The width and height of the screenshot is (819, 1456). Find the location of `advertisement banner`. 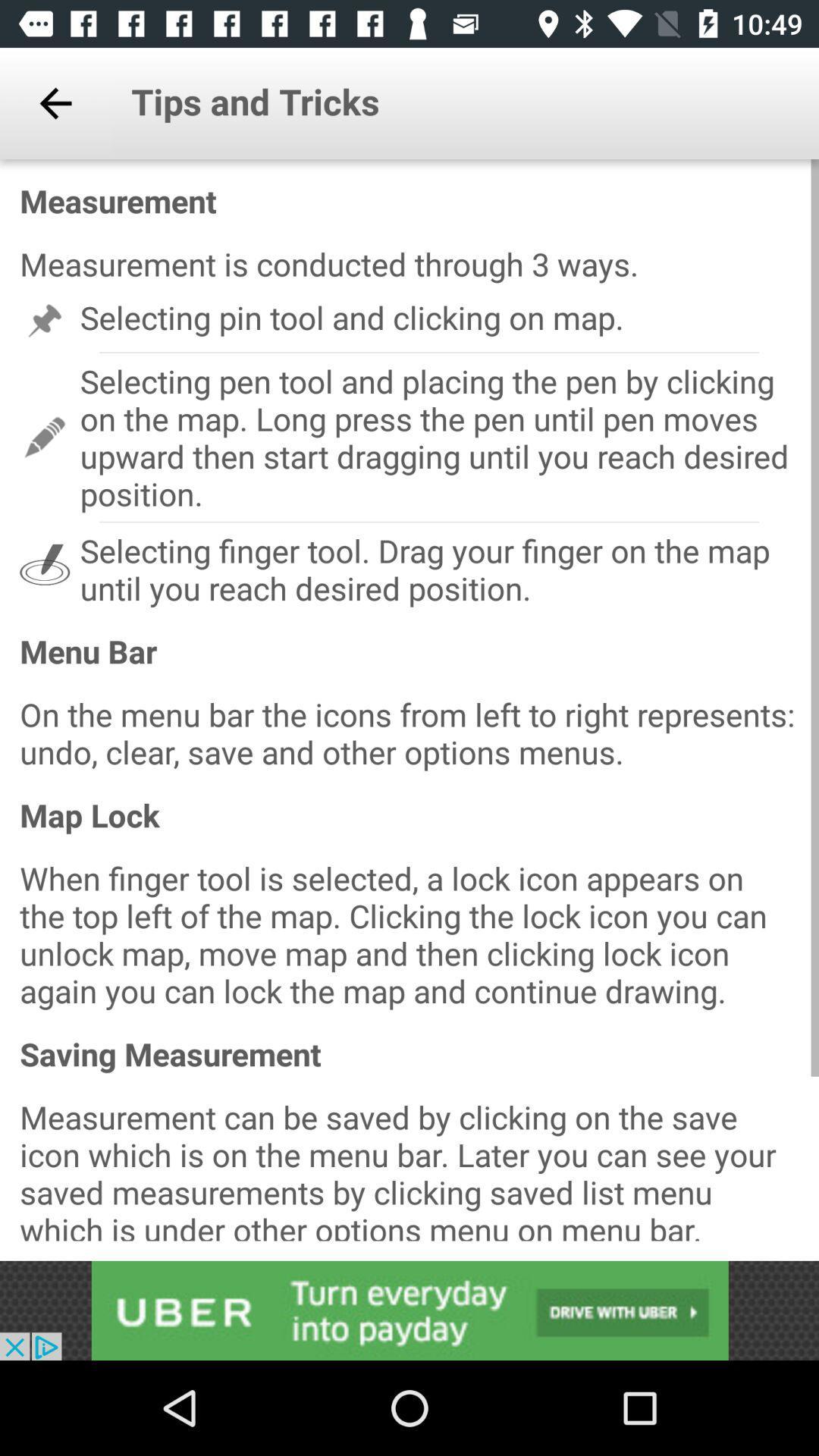

advertisement banner is located at coordinates (409, 1310).